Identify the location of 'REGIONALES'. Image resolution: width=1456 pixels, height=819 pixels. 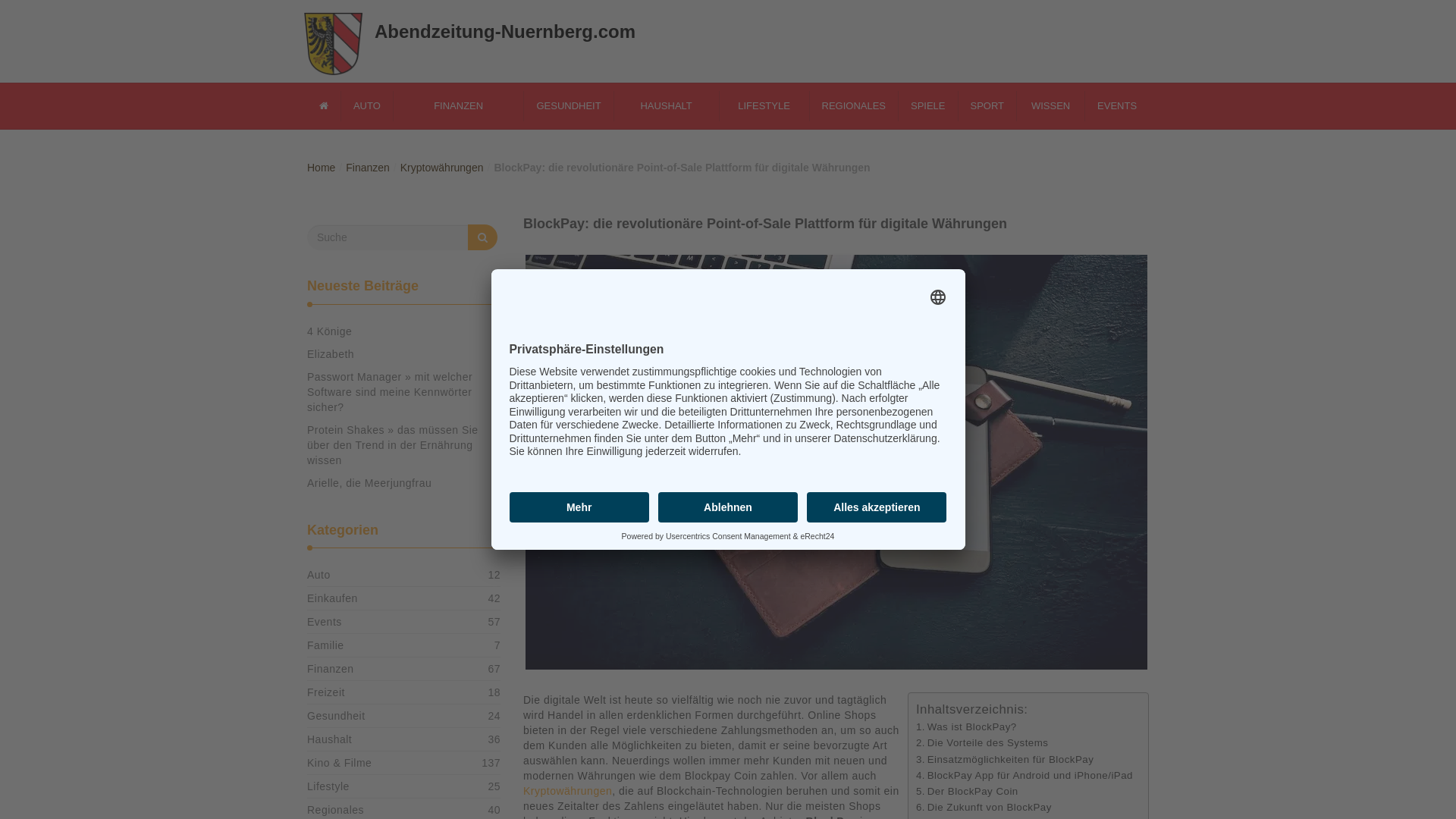
(847, 105).